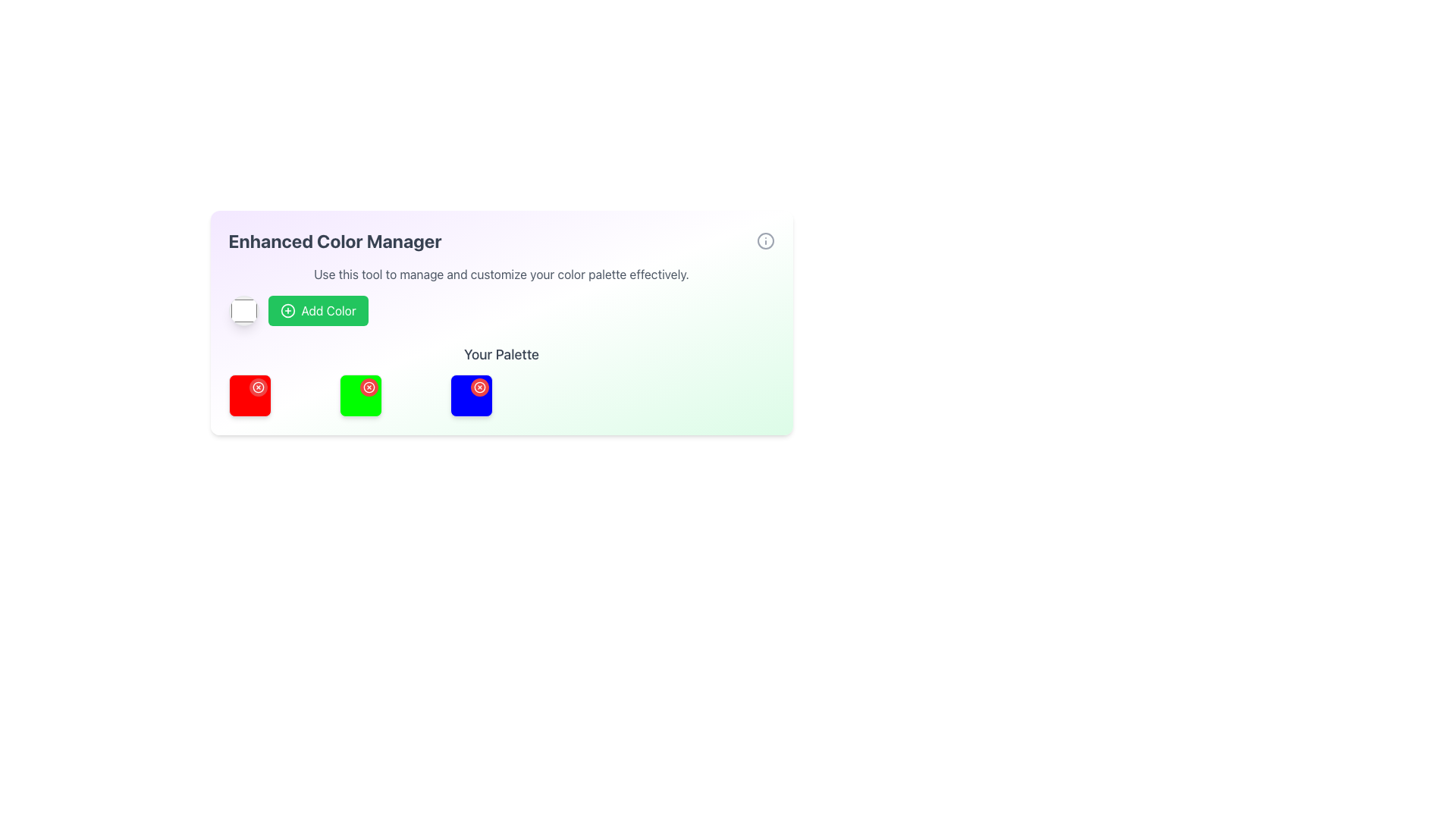 The image size is (1456, 819). What do you see at coordinates (765, 240) in the screenshot?
I see `the circular information icon outlined in gray at the top-right corner of the 'Enhanced Color Manager' section` at bounding box center [765, 240].